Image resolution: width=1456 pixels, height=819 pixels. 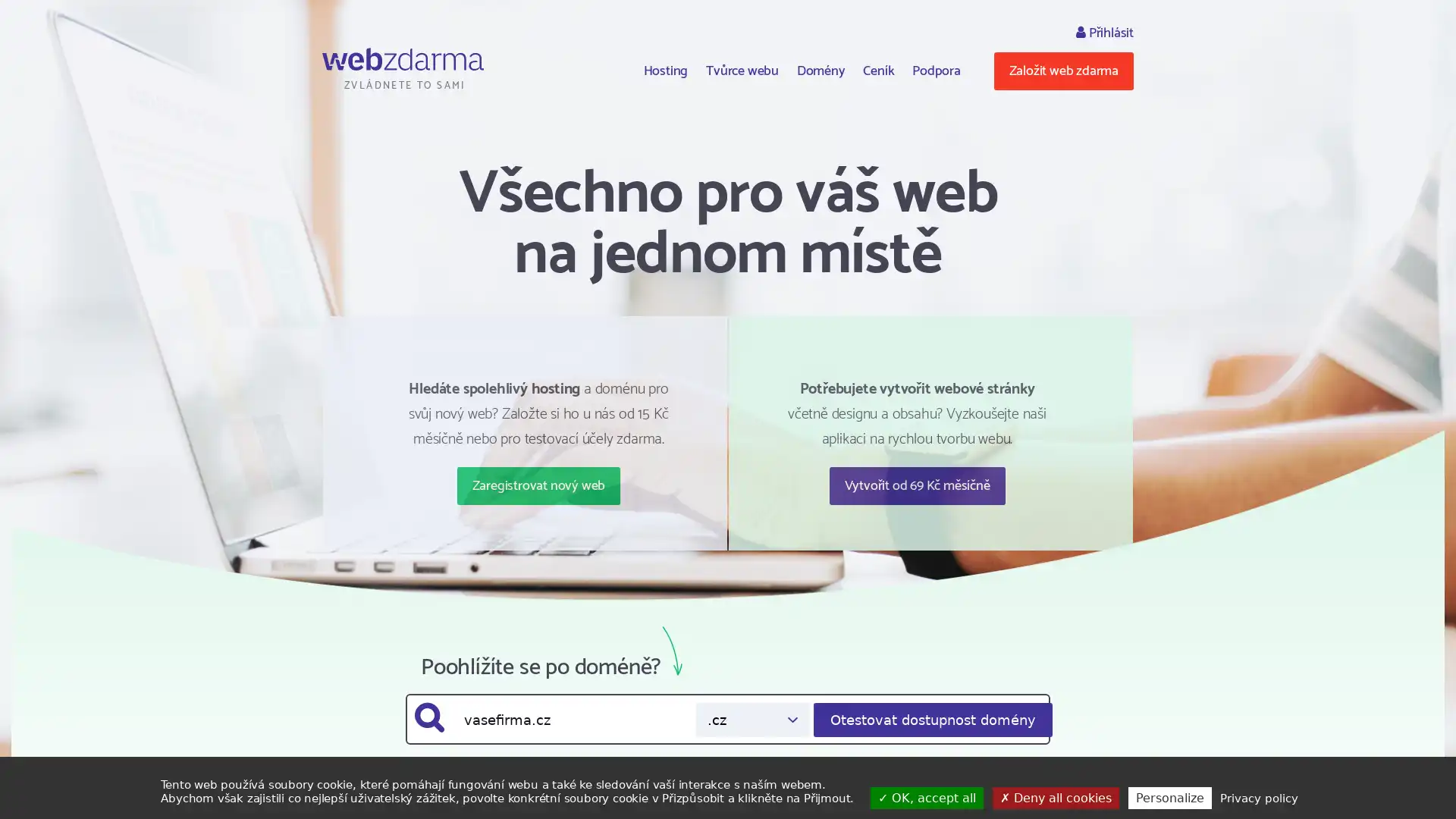 I want to click on Personalize (modal window), so click(x=1168, y=797).